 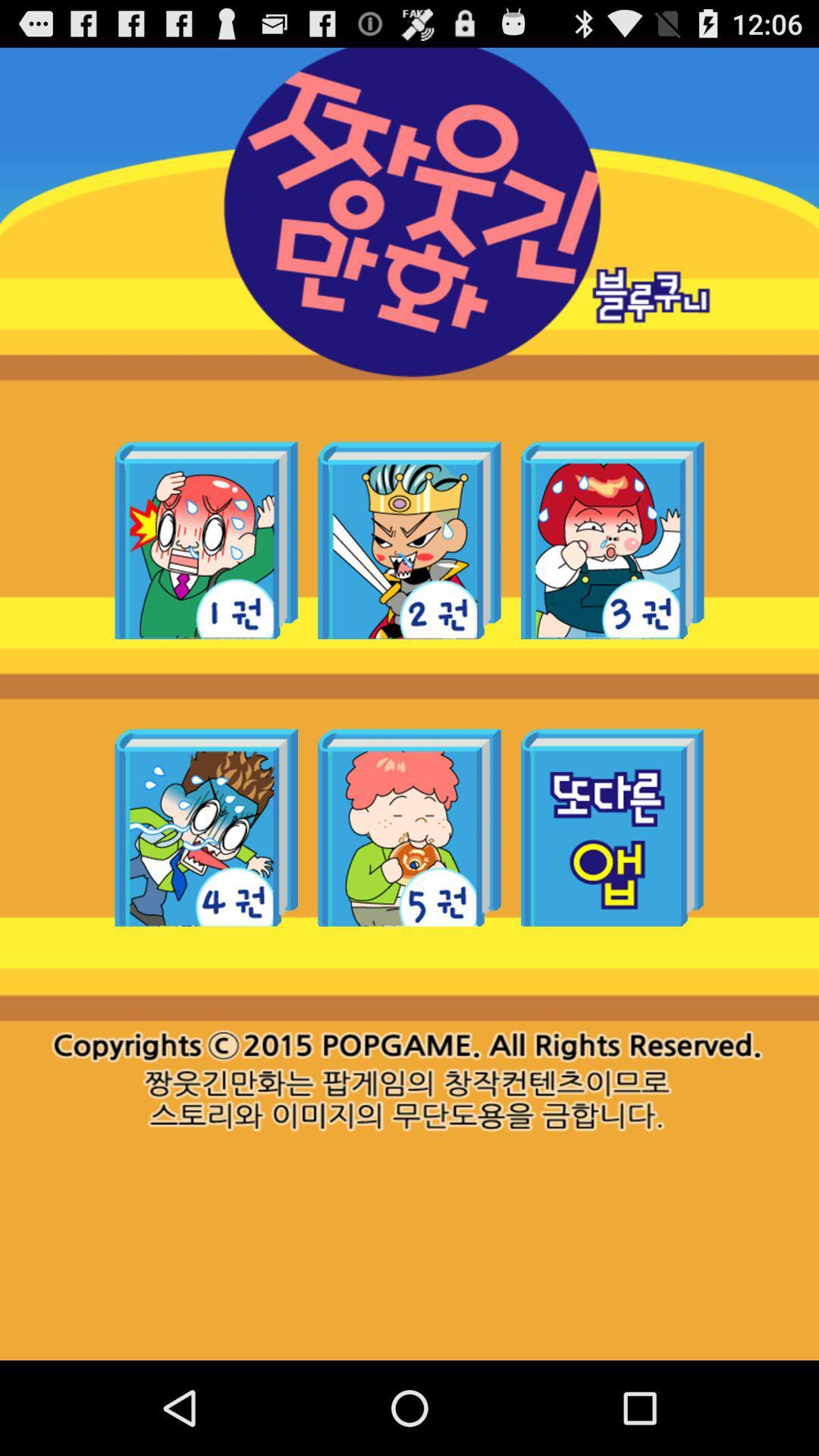 I want to click on track, so click(x=409, y=827).